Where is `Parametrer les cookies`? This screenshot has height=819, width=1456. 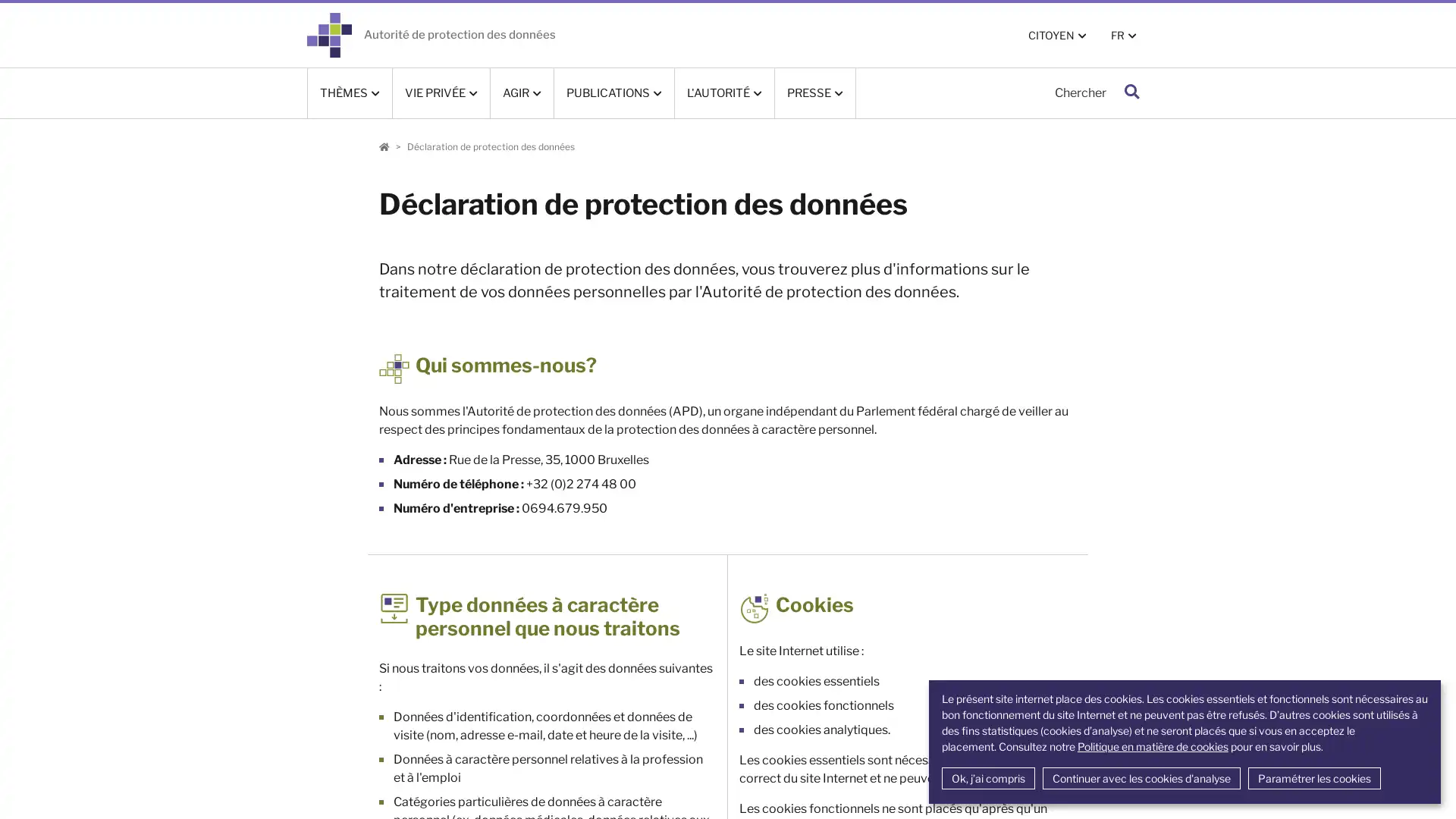 Parametrer les cookies is located at coordinates (1313, 778).